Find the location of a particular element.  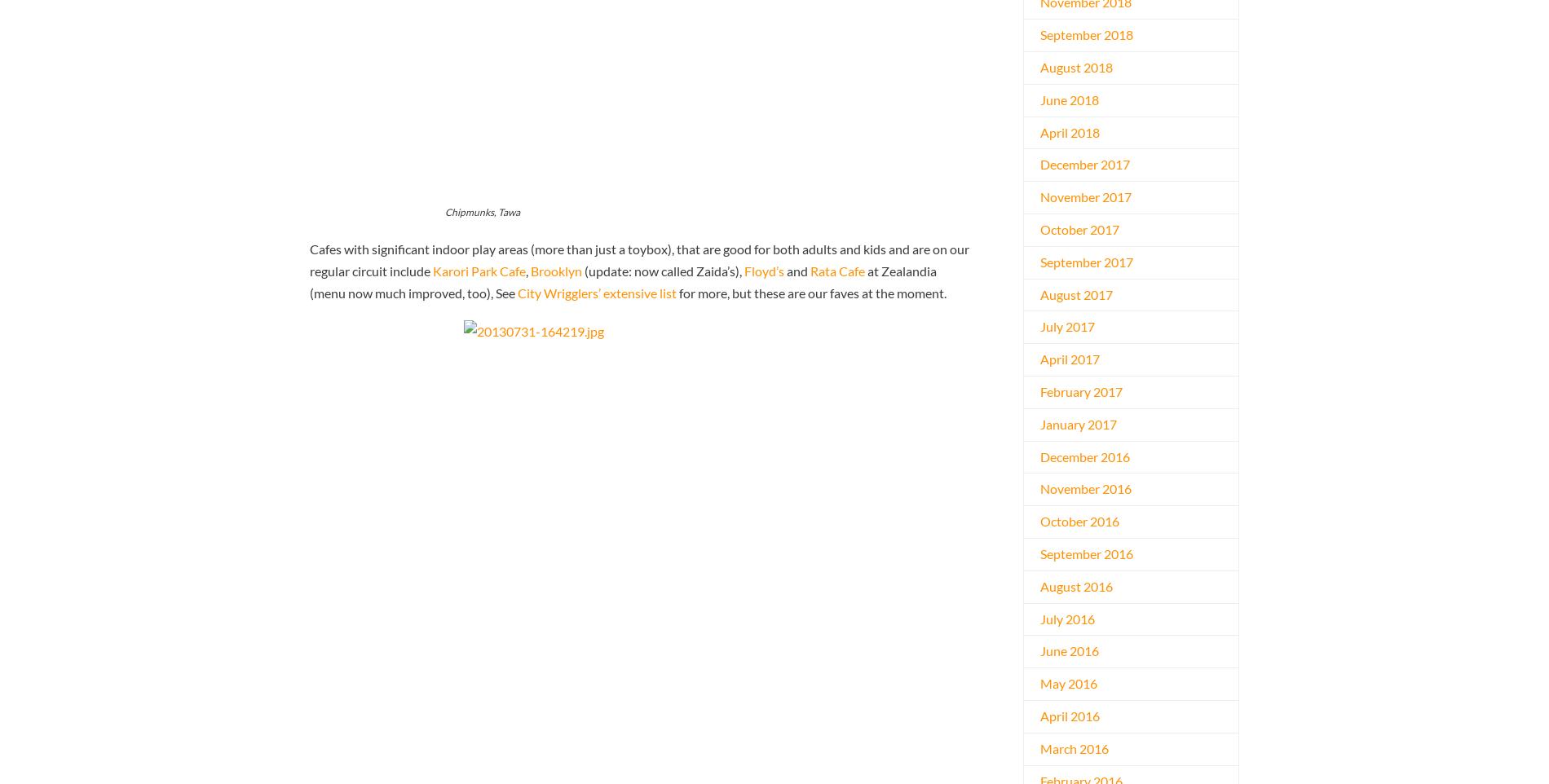

',' is located at coordinates (528, 269).